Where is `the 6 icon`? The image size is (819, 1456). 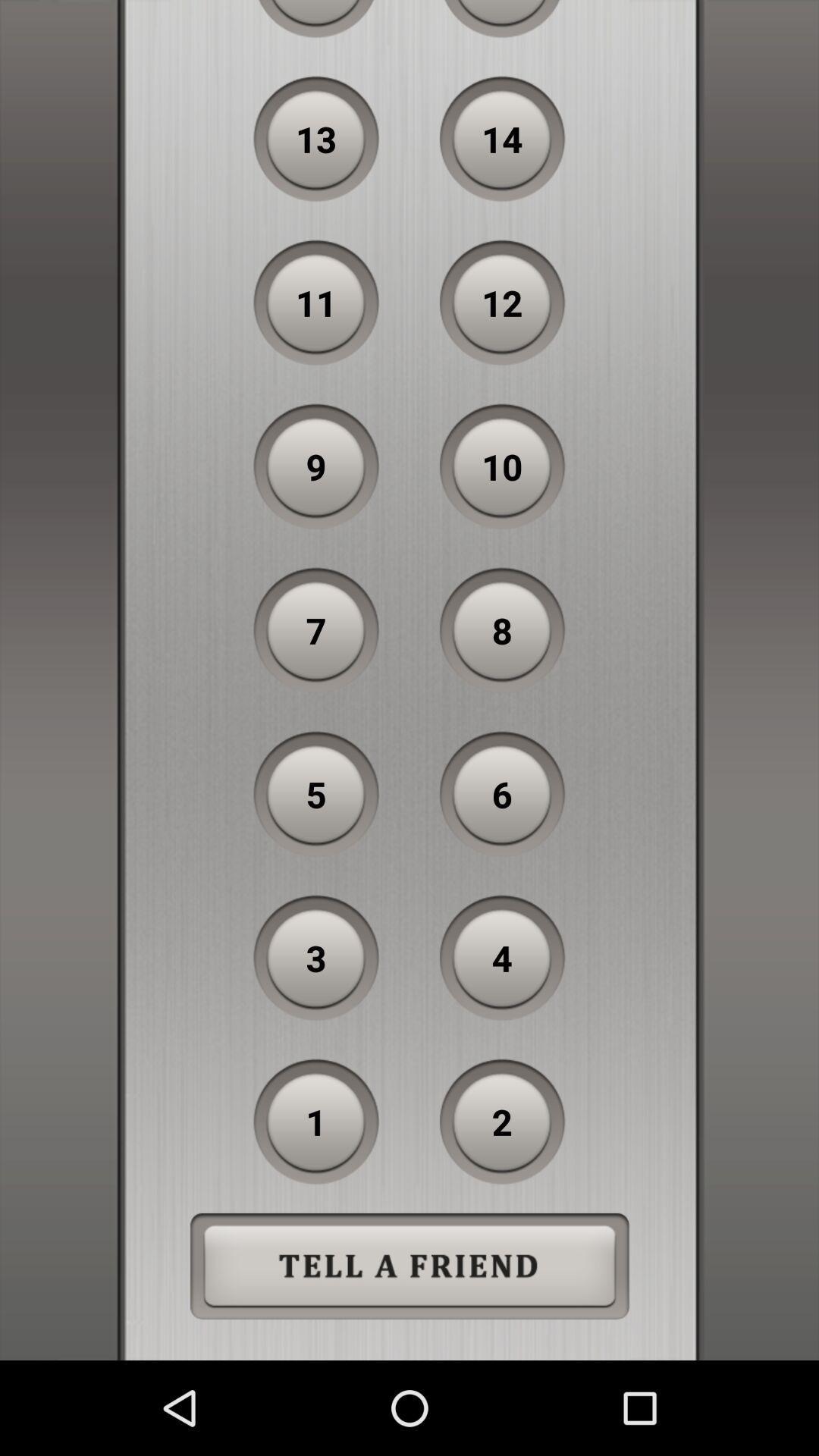 the 6 icon is located at coordinates (502, 793).